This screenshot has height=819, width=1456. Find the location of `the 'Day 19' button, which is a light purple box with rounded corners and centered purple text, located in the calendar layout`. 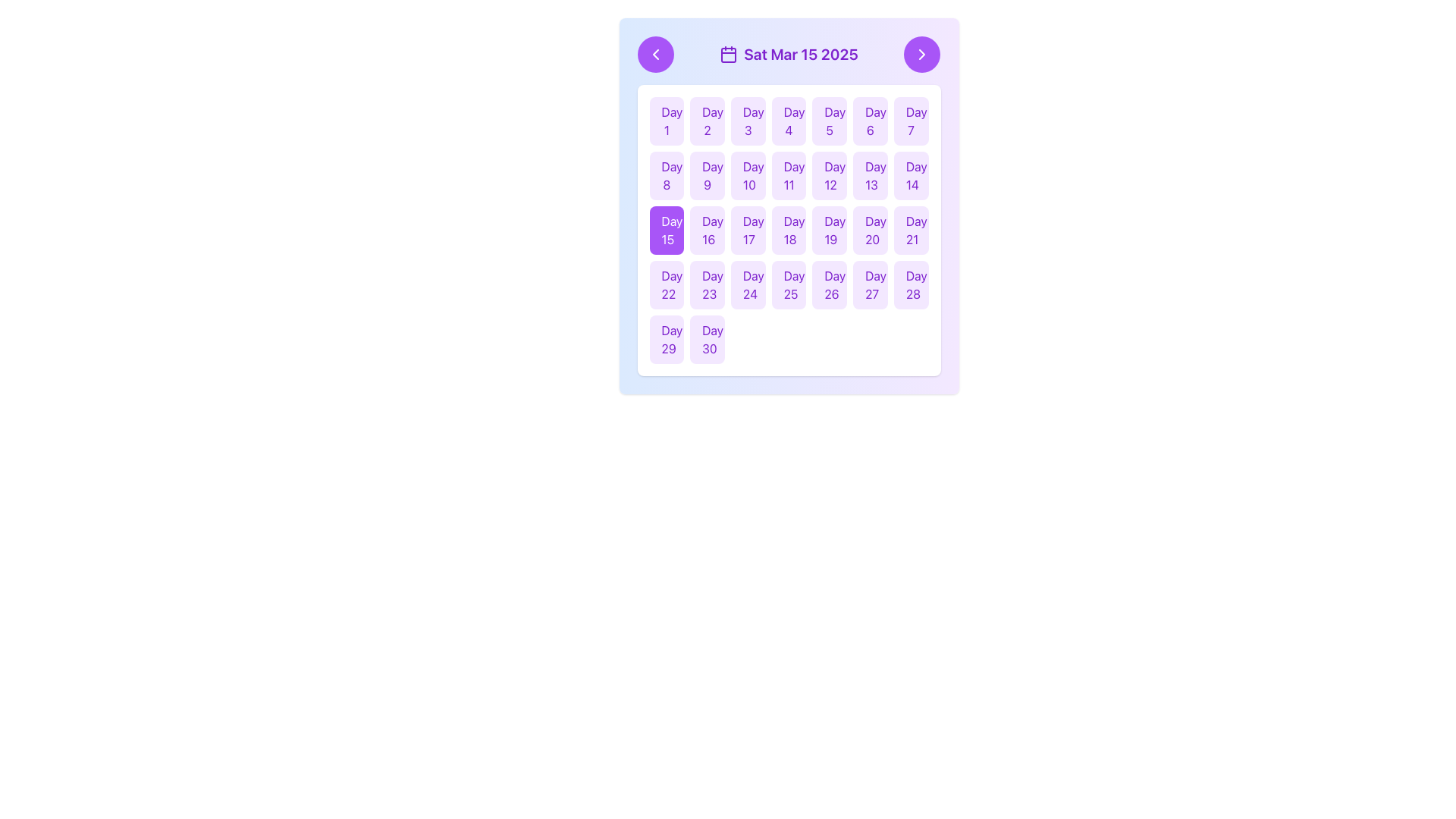

the 'Day 19' button, which is a light purple box with rounded corners and centered purple text, located in the calendar layout is located at coordinates (829, 231).